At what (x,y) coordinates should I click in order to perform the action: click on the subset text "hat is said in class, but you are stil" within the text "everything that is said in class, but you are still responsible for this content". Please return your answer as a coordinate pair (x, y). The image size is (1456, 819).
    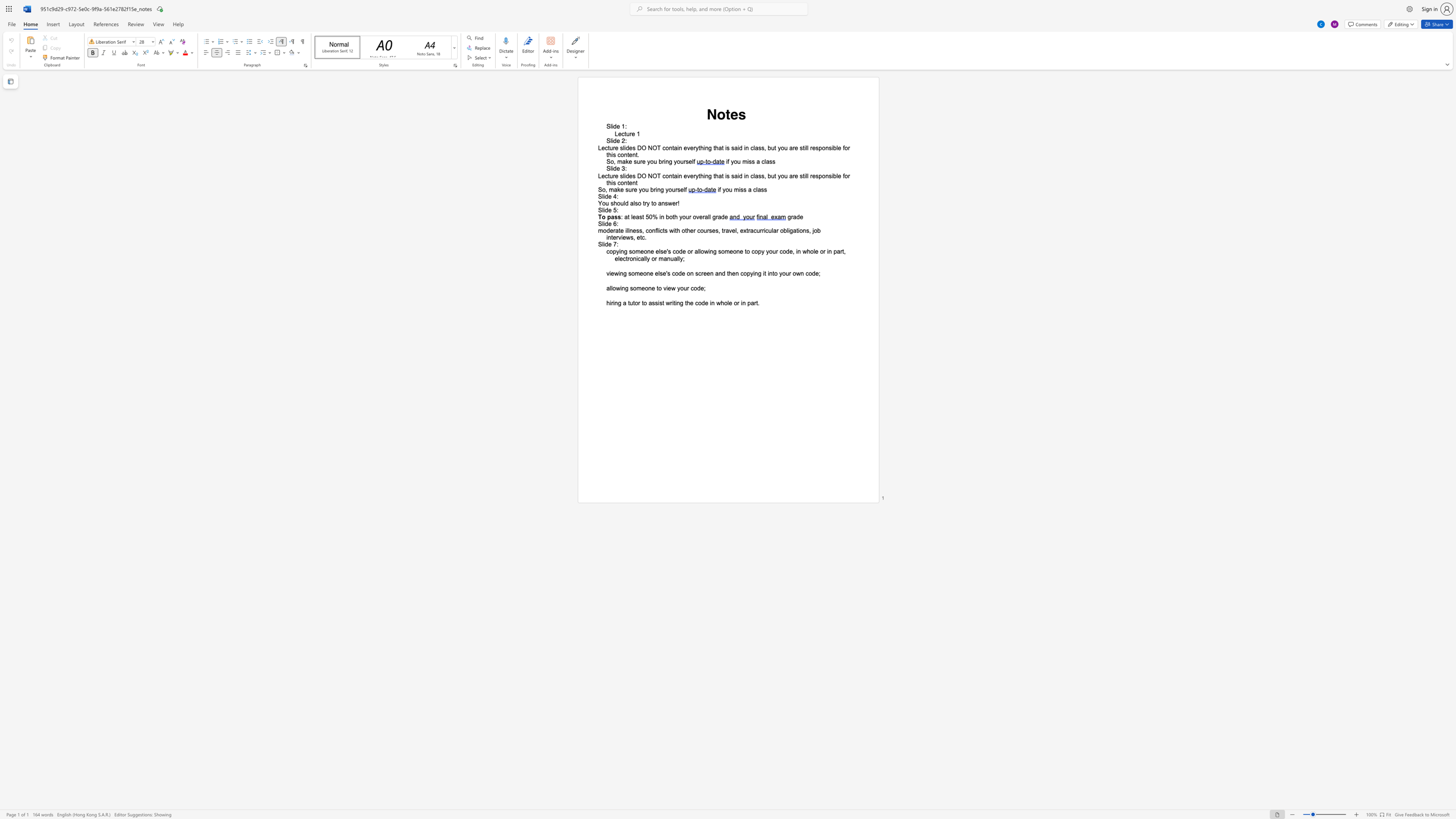
    Looking at the image, I should click on (714, 176).